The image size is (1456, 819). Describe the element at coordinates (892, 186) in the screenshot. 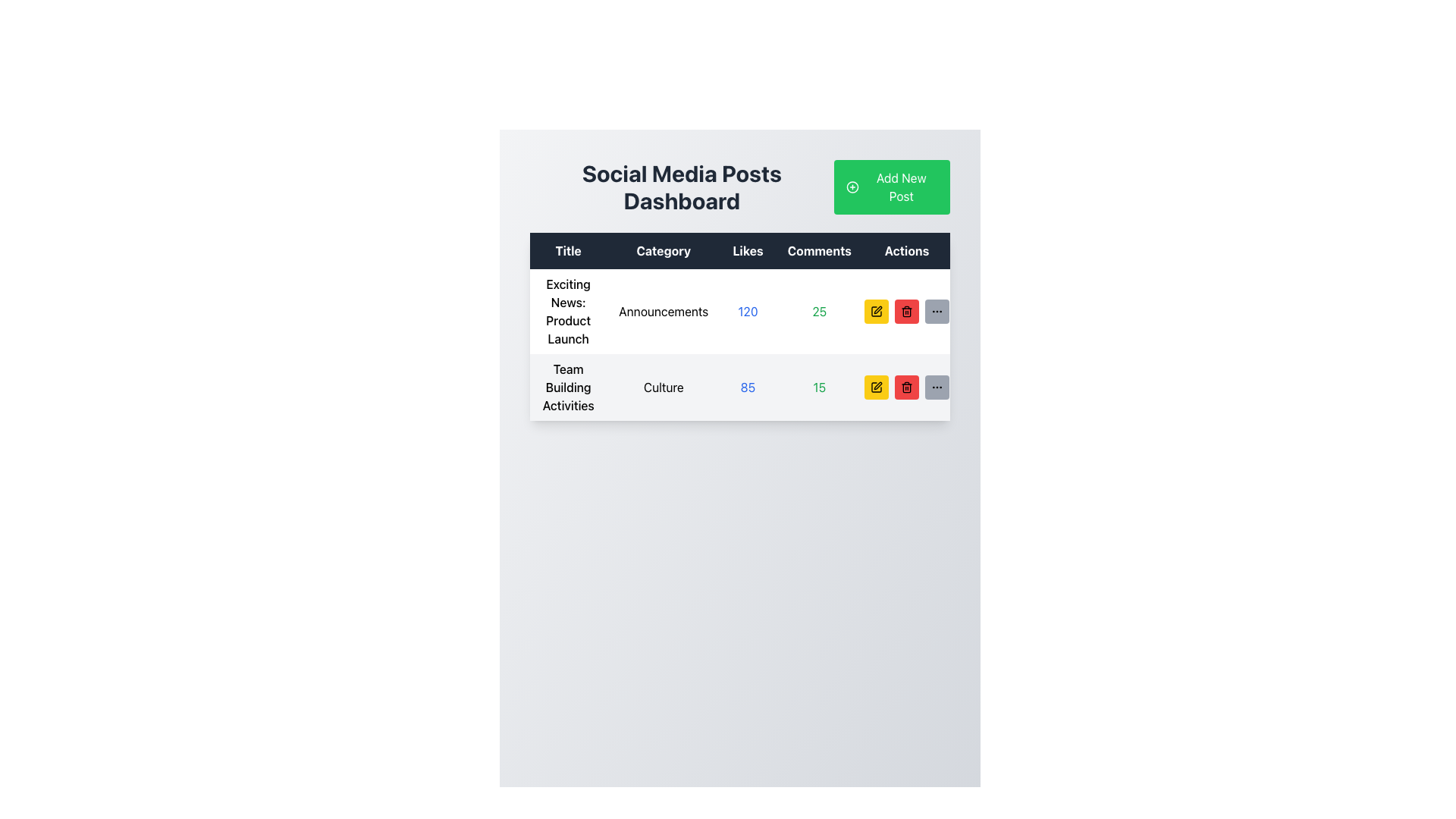

I see `the button located on the right side of the 'Social Media Posts Dashboard'` at that location.